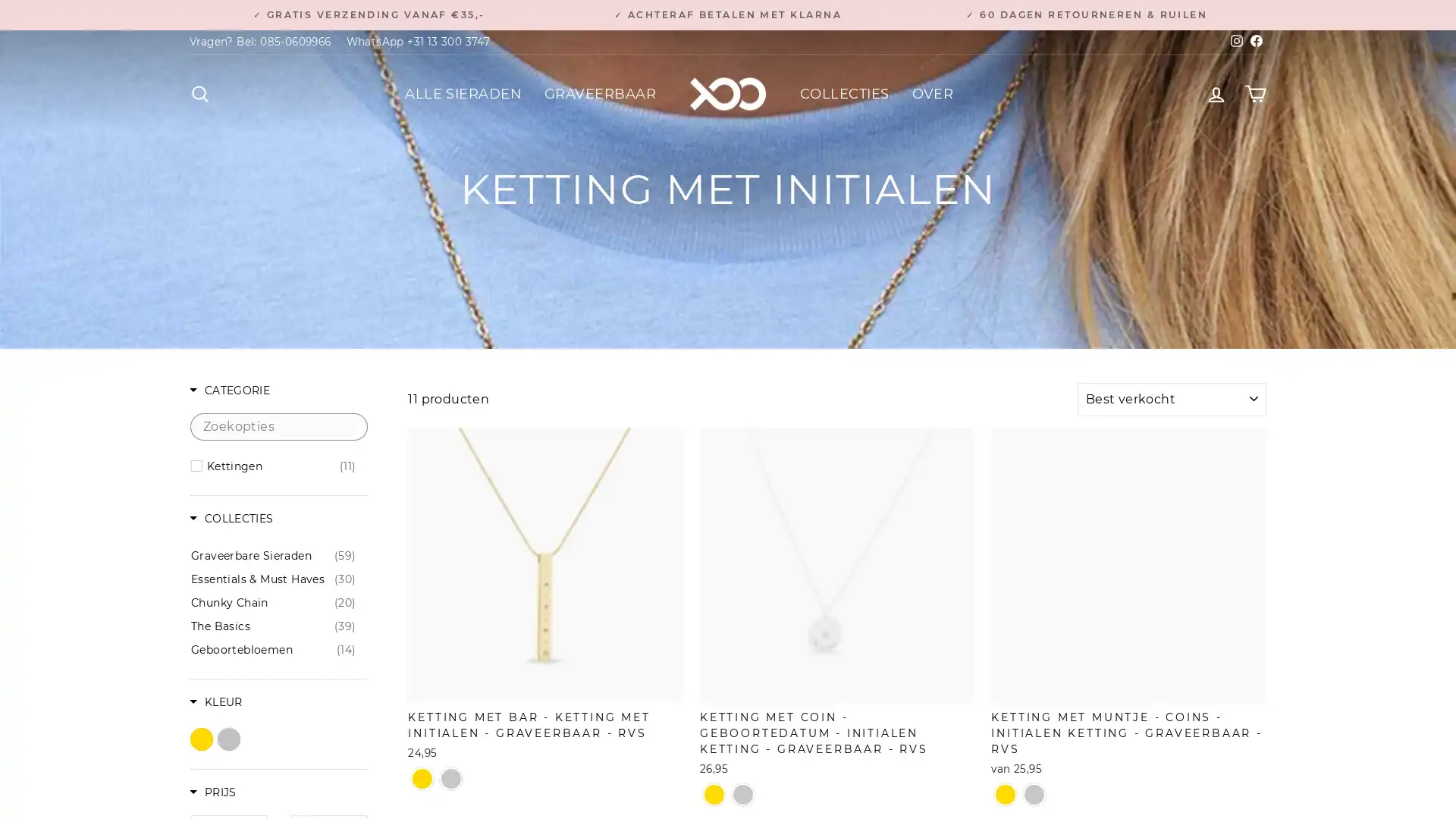 This screenshot has height=819, width=1456. What do you see at coordinates (732, 8) in the screenshot?
I see `Pauzeer slideshow` at bounding box center [732, 8].